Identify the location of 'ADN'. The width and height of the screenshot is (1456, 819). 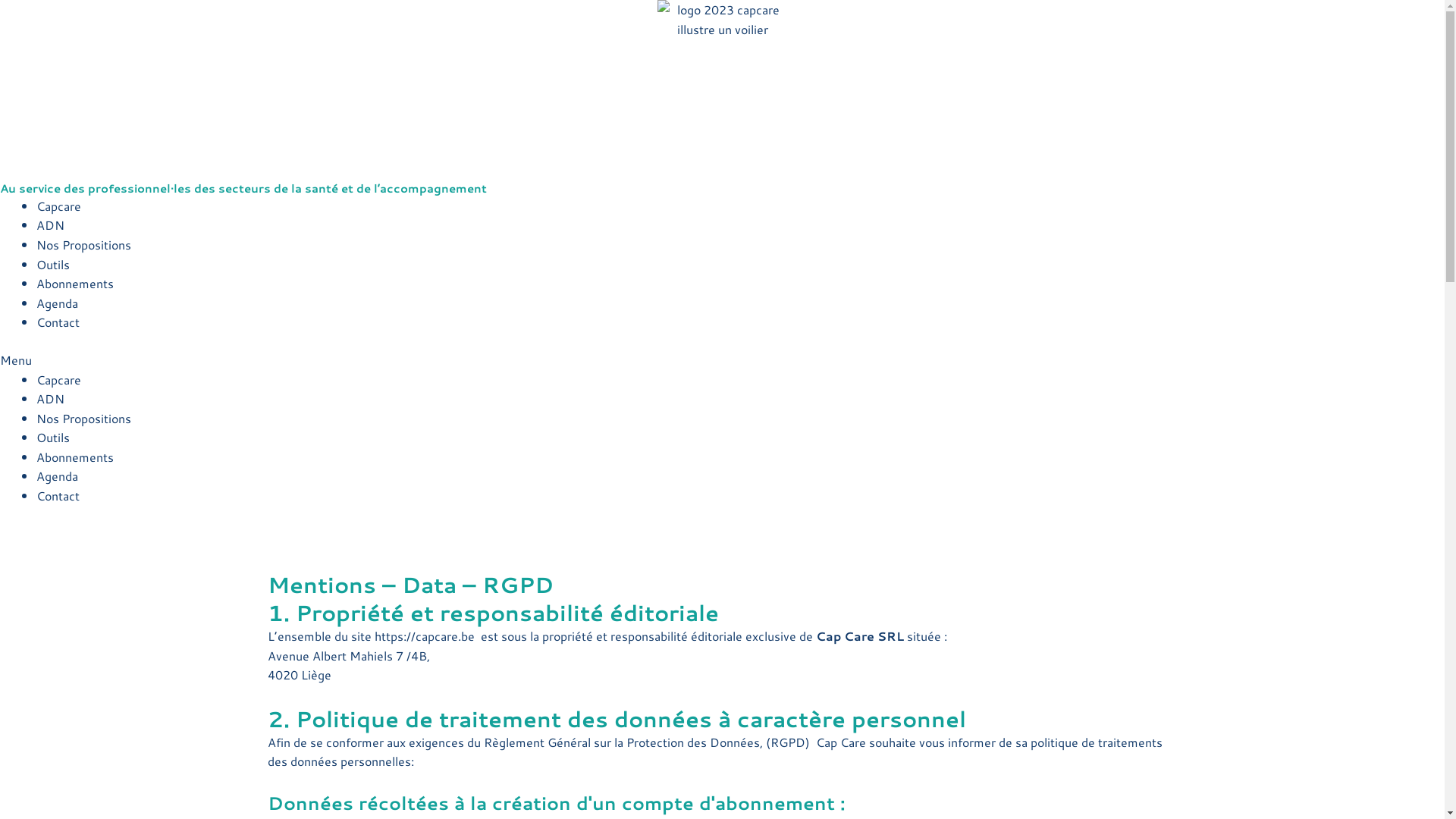
(50, 224).